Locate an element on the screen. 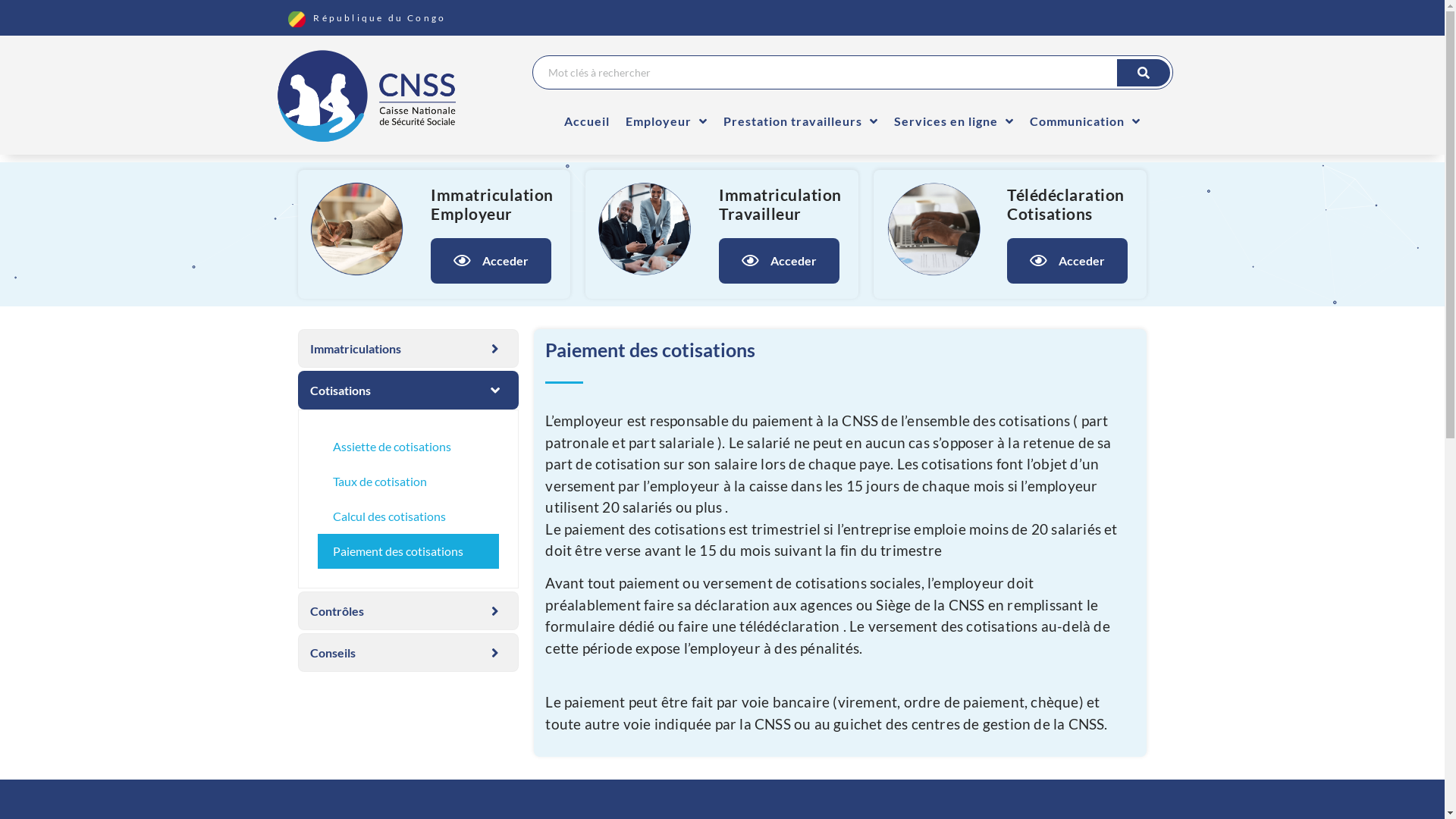 The width and height of the screenshot is (1456, 819). 'Taux de cotisation' is located at coordinates (315, 482).